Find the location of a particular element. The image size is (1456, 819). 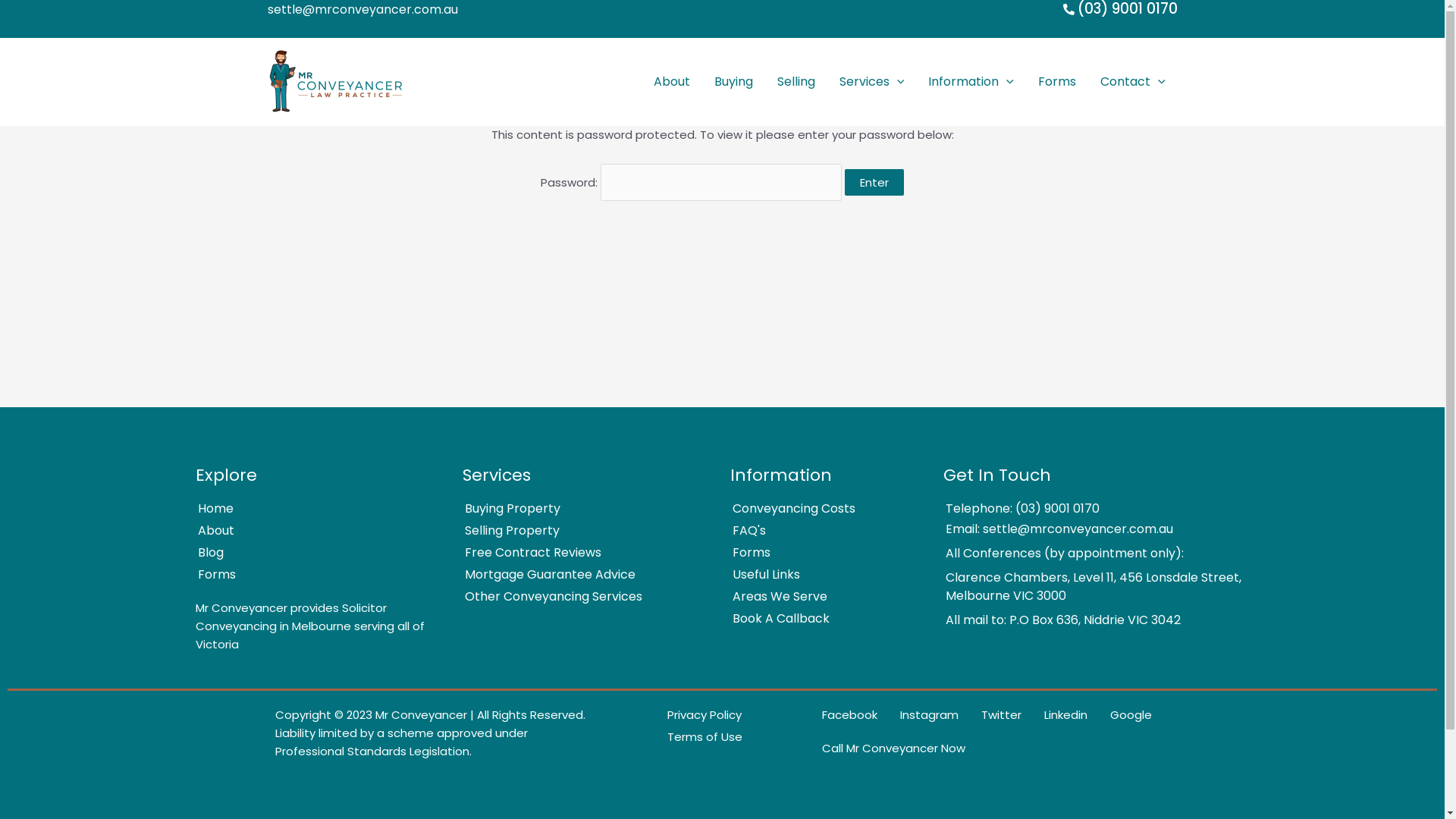

'Privacy Policy' is located at coordinates (585, 714).